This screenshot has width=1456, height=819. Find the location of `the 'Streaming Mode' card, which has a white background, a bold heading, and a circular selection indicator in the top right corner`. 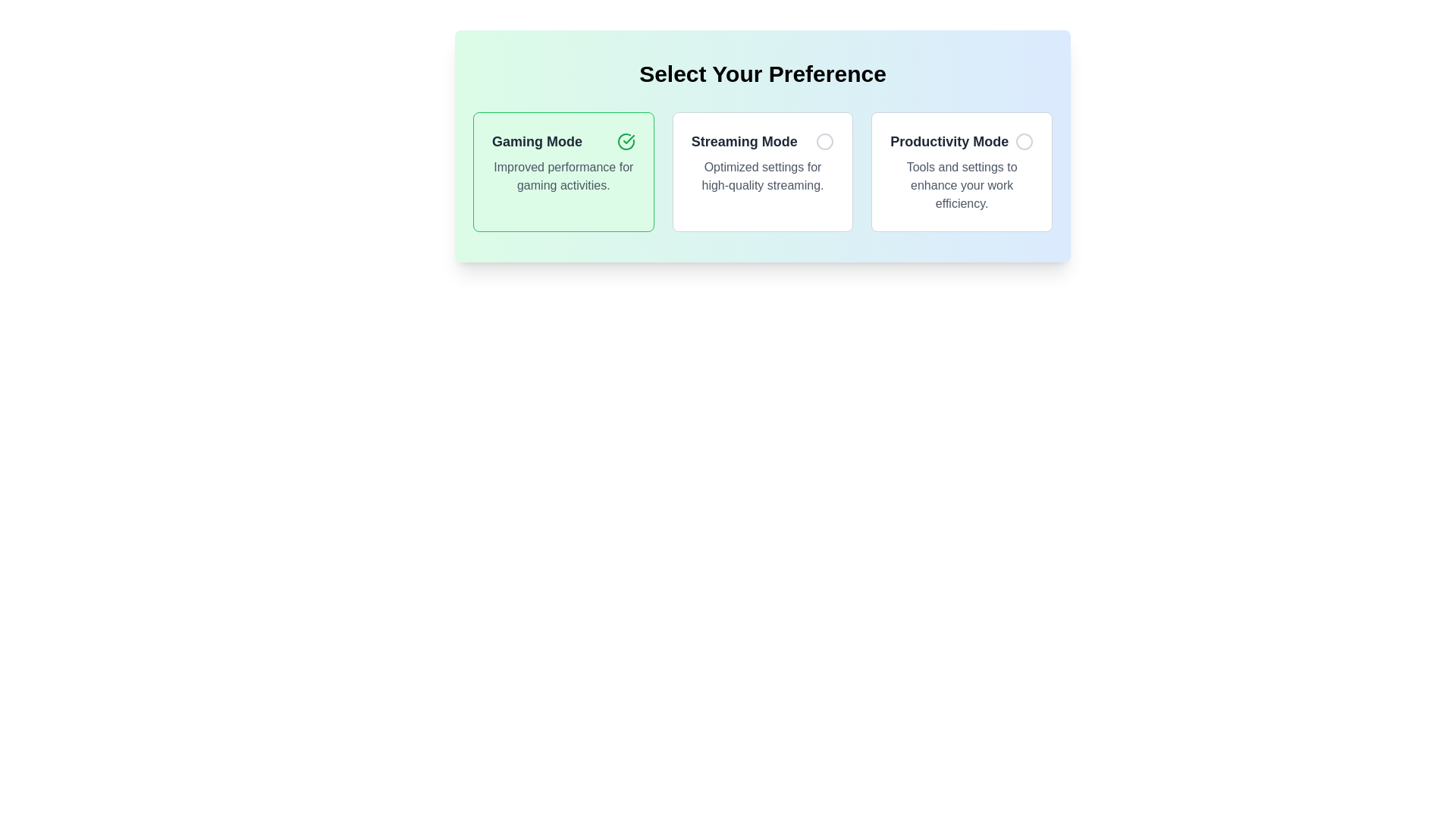

the 'Streaming Mode' card, which has a white background, a bold heading, and a circular selection indicator in the top right corner is located at coordinates (763, 171).